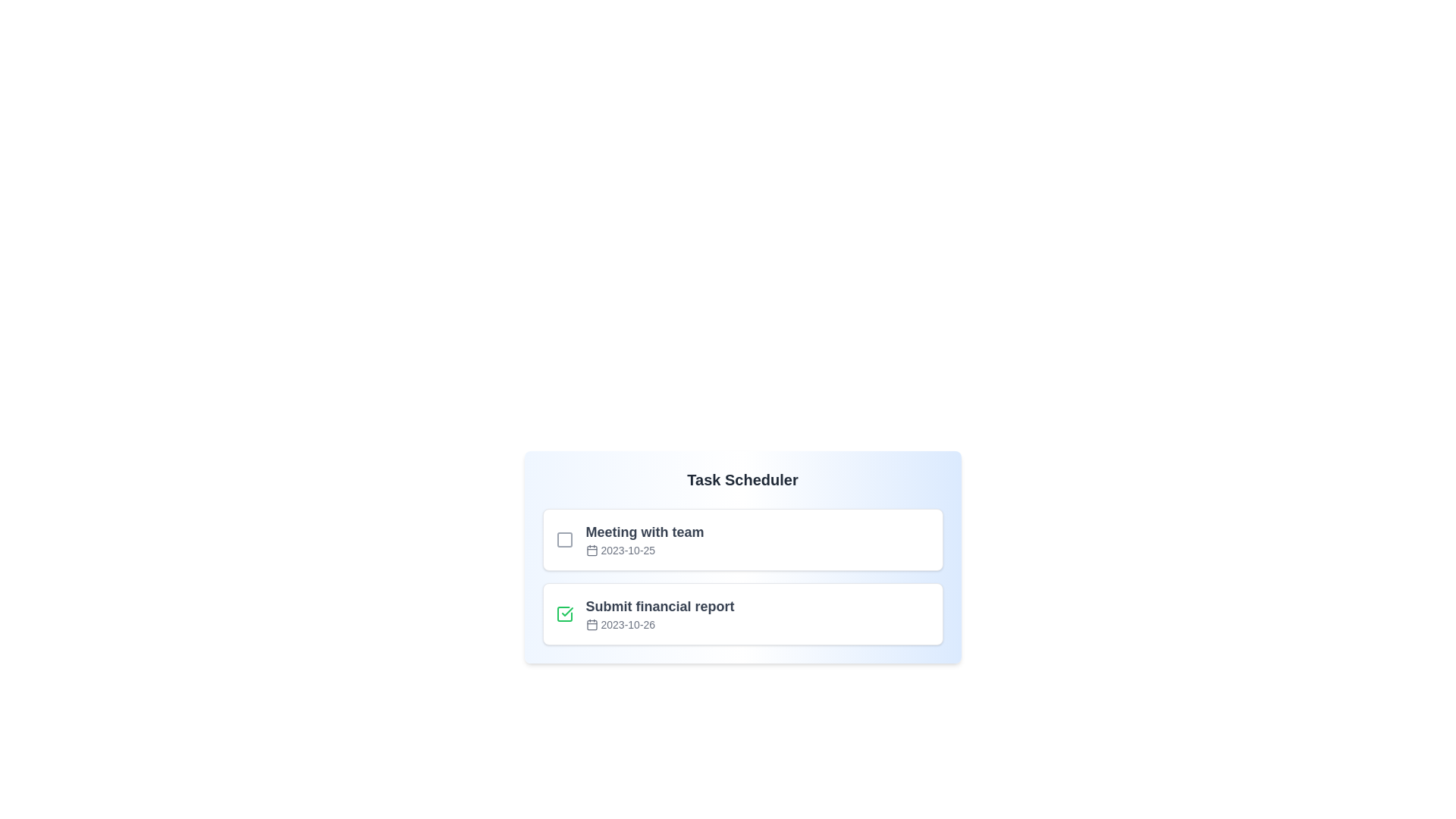 The image size is (1456, 819). Describe the element at coordinates (563, 614) in the screenshot. I see `the checkbox with a green checkmark icon that marks the task 'Submit financial report' as completed or uncompleted` at that location.